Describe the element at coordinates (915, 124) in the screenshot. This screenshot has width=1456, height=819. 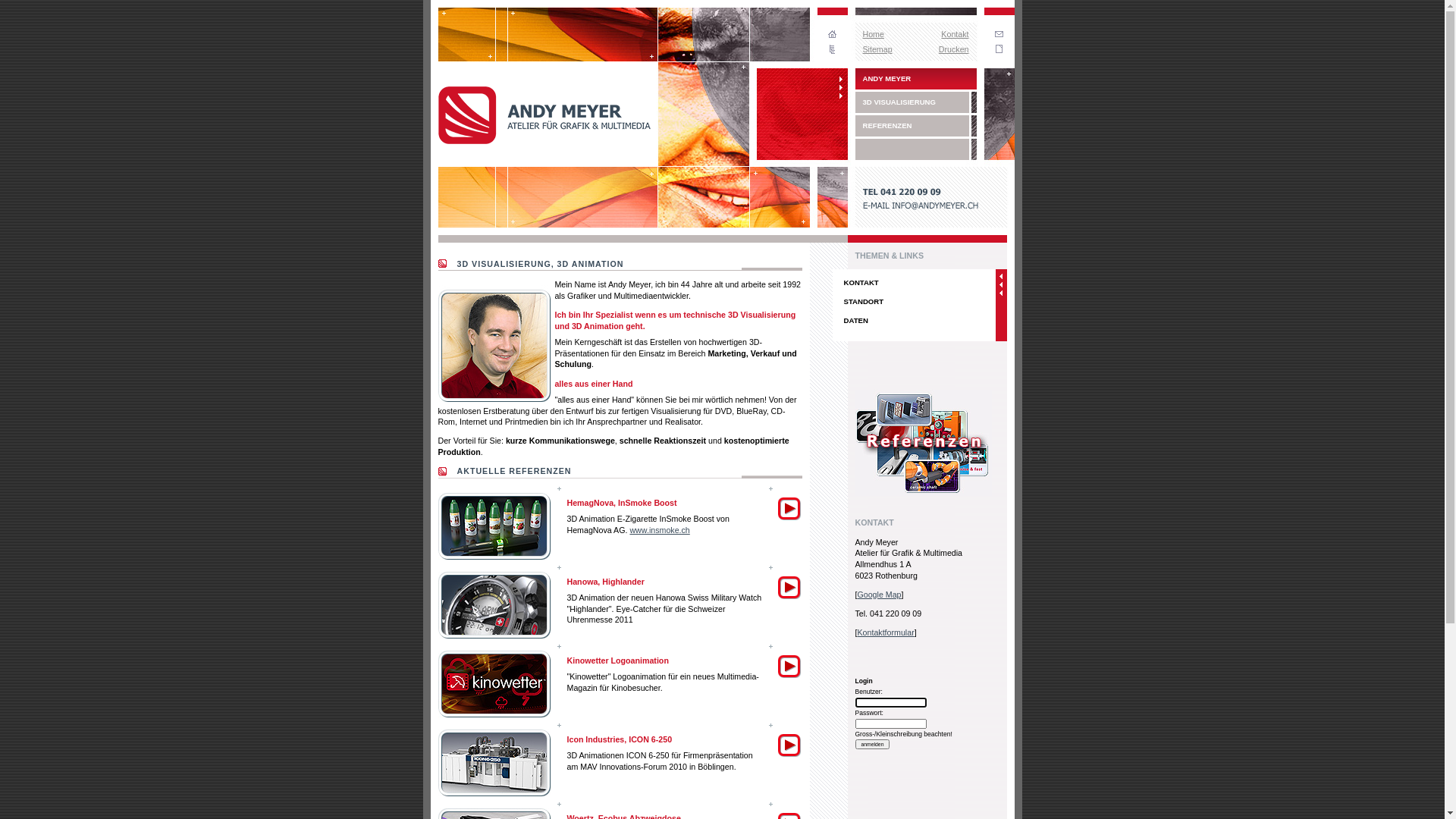
I see `'REFERENZEN'` at that location.